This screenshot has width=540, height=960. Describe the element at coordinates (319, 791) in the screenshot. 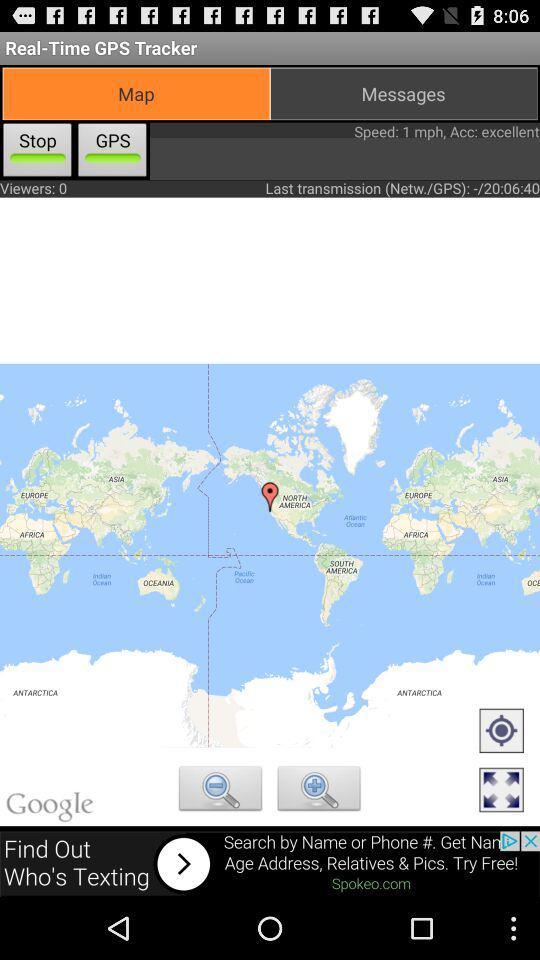

I see `location zoom` at that location.